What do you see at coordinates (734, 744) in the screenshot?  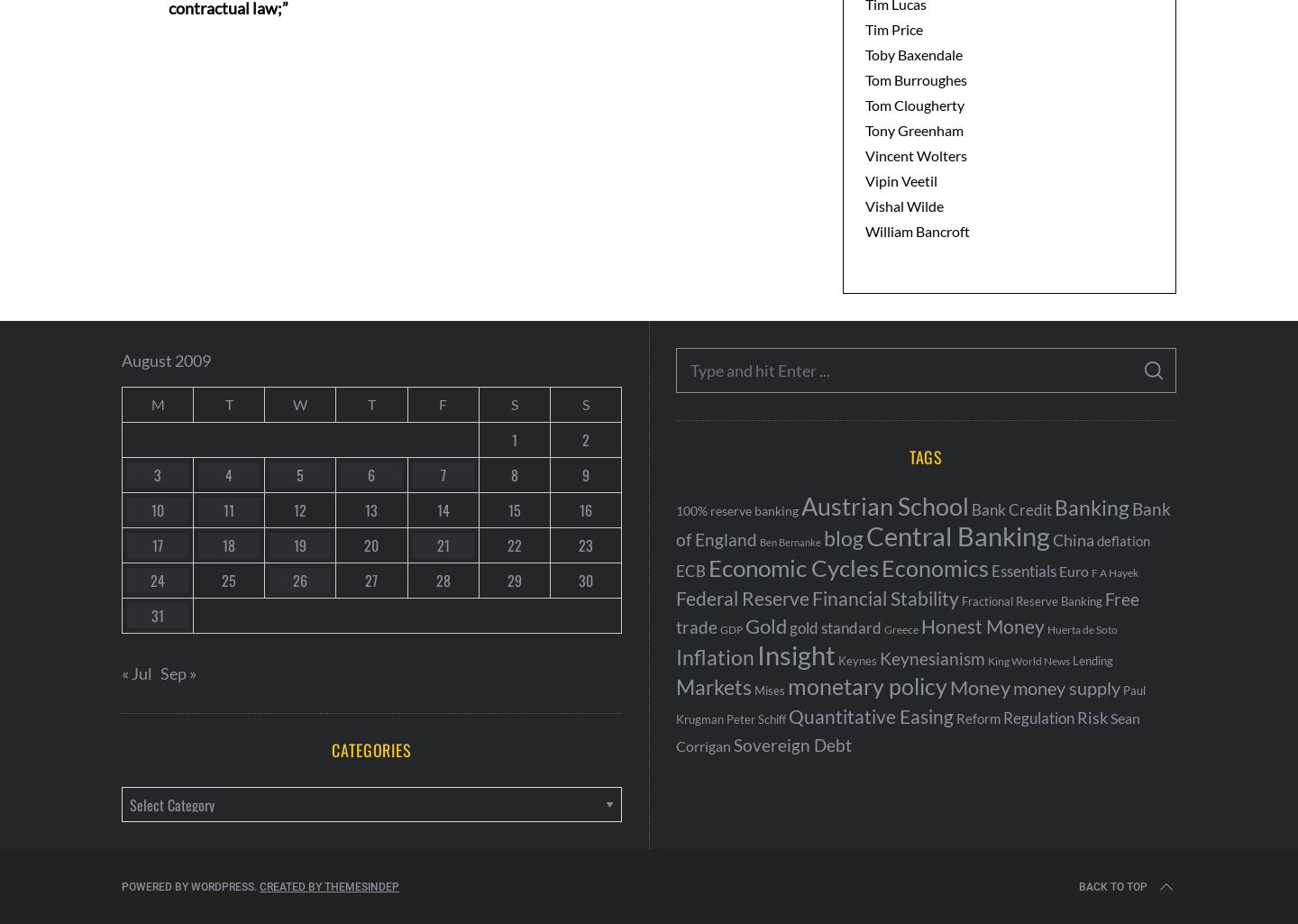 I see `'Sovereign Debt'` at bounding box center [734, 744].